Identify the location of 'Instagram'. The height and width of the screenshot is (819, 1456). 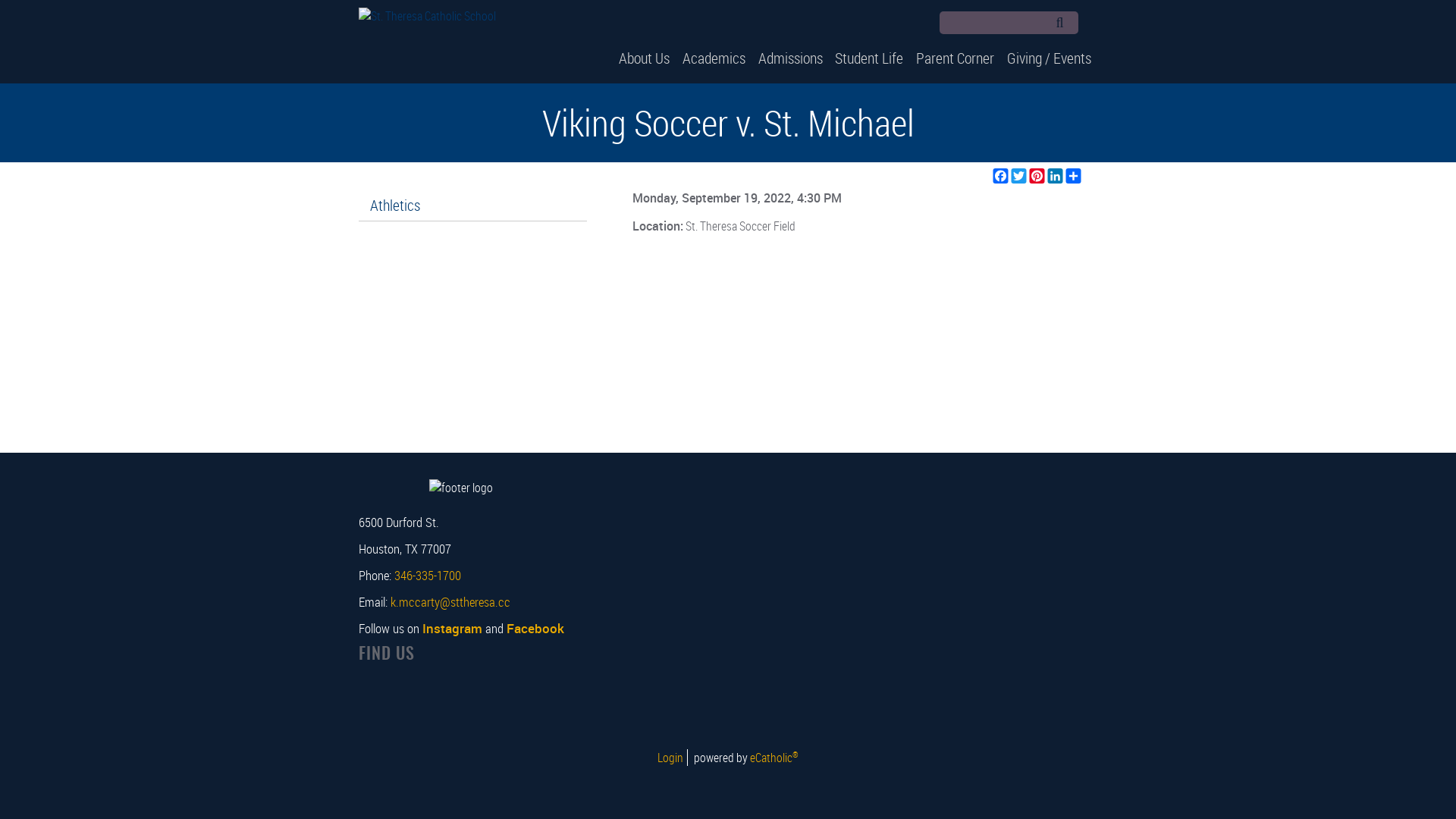
(450, 628).